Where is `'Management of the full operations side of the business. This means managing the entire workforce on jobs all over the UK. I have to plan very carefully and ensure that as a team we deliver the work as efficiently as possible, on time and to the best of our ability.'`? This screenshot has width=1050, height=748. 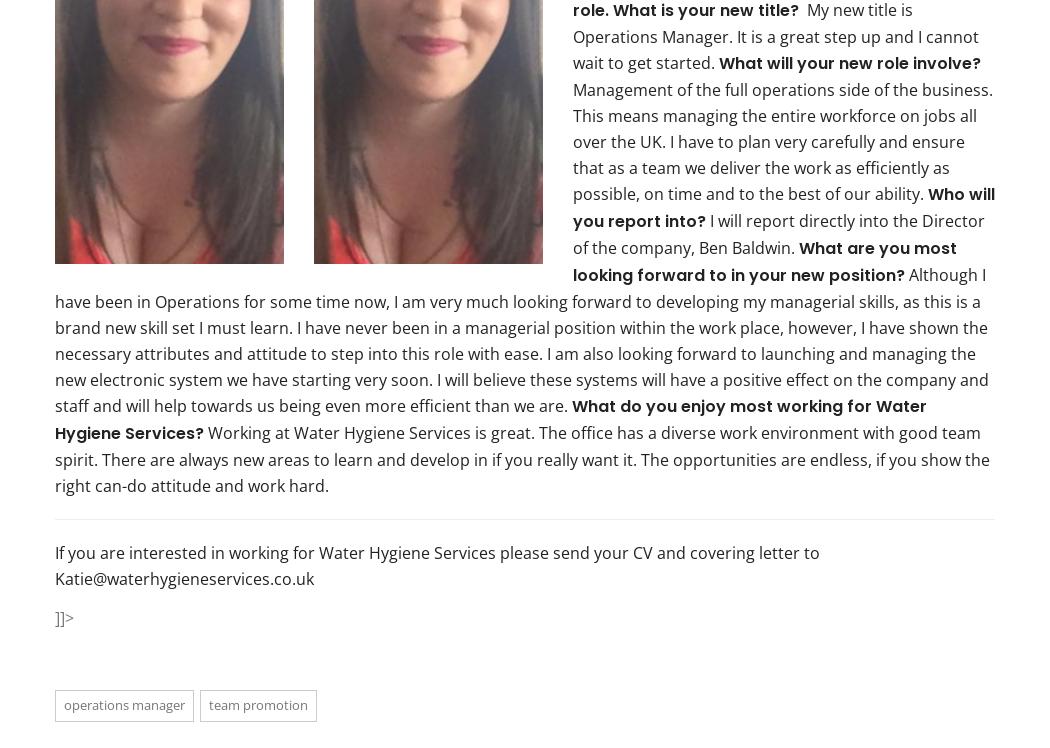 'Management of the full operations side of the business. This means managing the entire workforce on jobs all over the UK. I have to plan very carefully and ensure that as a team we deliver the work as efficiently as possible, on time and to the best of our ability.' is located at coordinates (782, 140).